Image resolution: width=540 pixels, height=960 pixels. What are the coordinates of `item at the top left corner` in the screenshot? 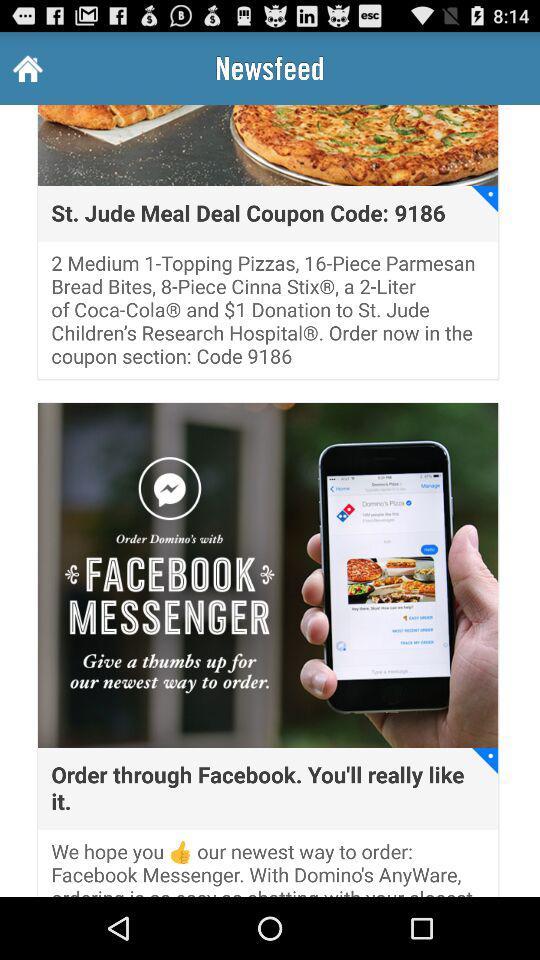 It's located at (25, 68).